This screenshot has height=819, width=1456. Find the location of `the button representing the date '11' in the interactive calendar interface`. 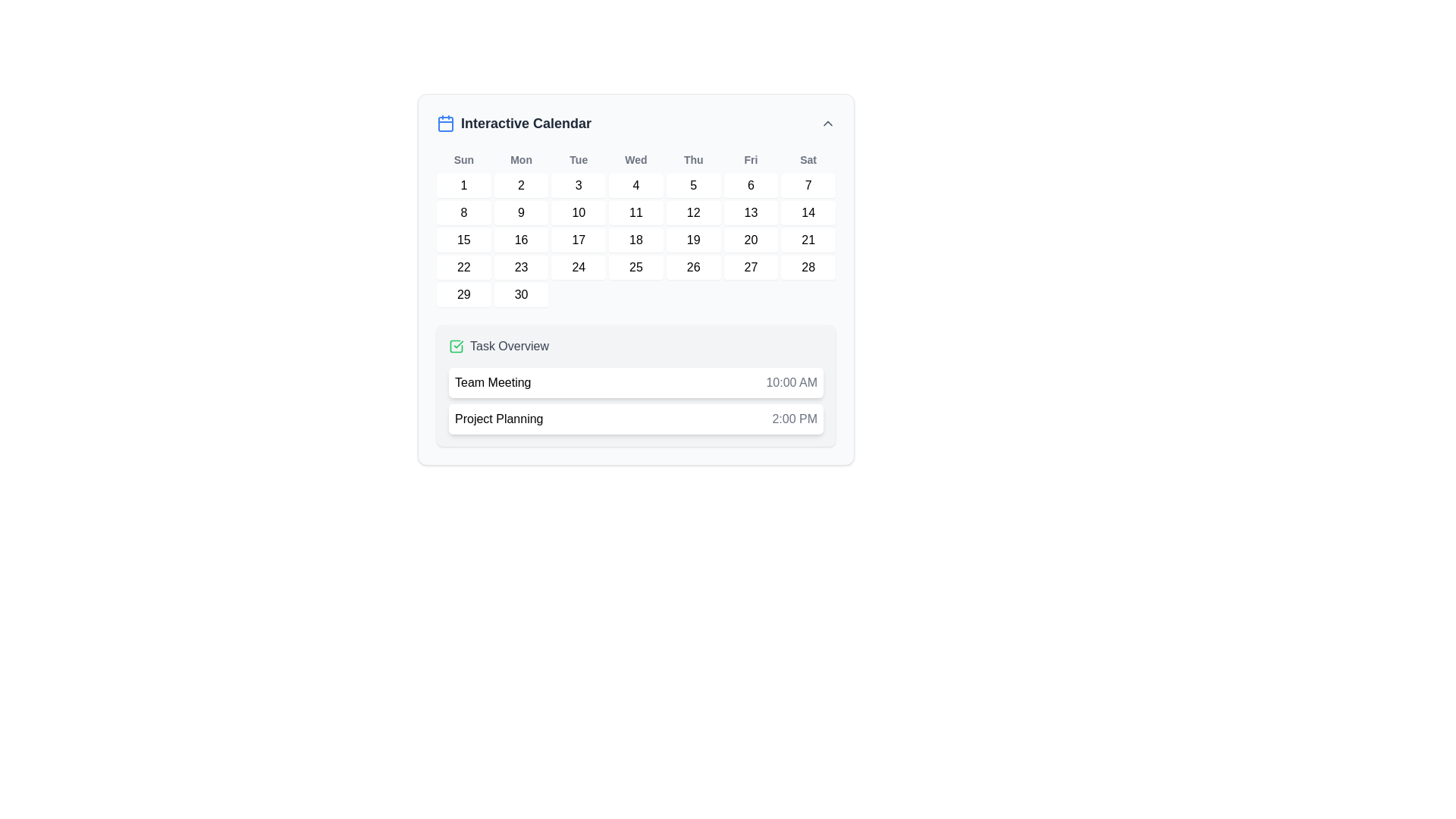

the button representing the date '11' in the interactive calendar interface is located at coordinates (636, 213).